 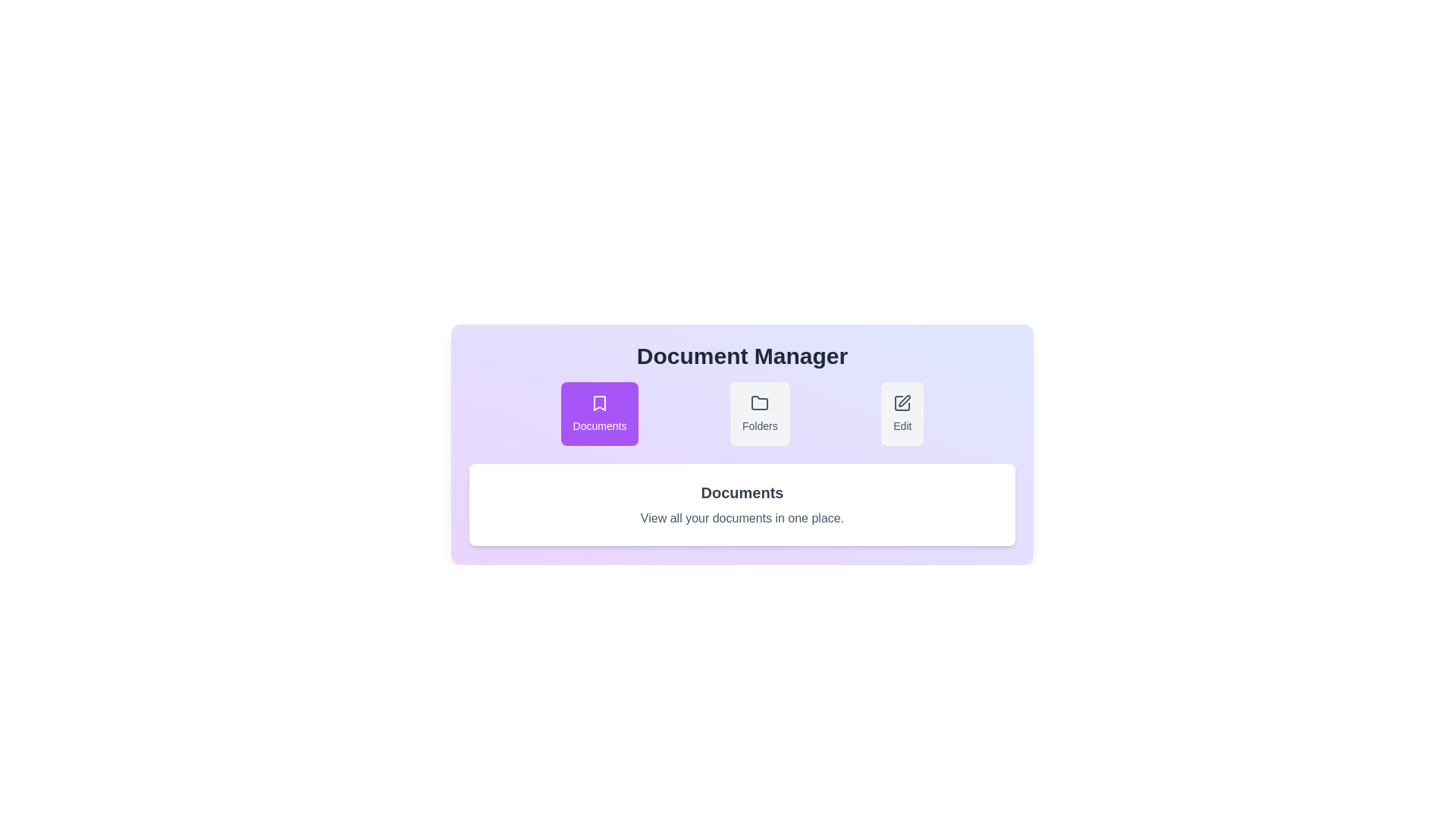 What do you see at coordinates (742, 505) in the screenshot?
I see `the informational card titled 'Documents', which has a white background, rounded corners, and contains the text 'View all your documents in one place.'` at bounding box center [742, 505].